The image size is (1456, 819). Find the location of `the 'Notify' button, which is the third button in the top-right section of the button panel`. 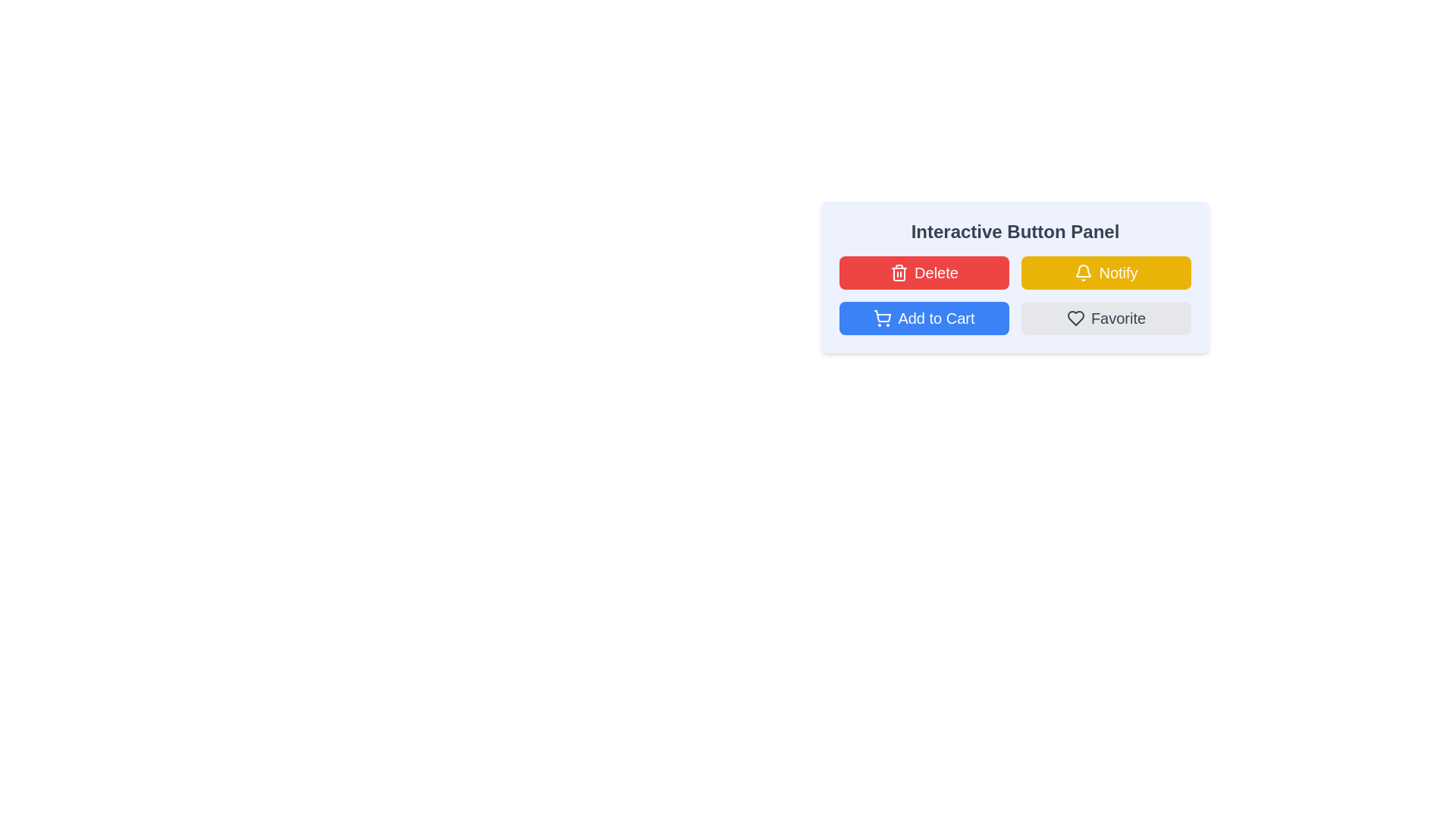

the 'Notify' button, which is the third button in the top-right section of the button panel is located at coordinates (1118, 271).